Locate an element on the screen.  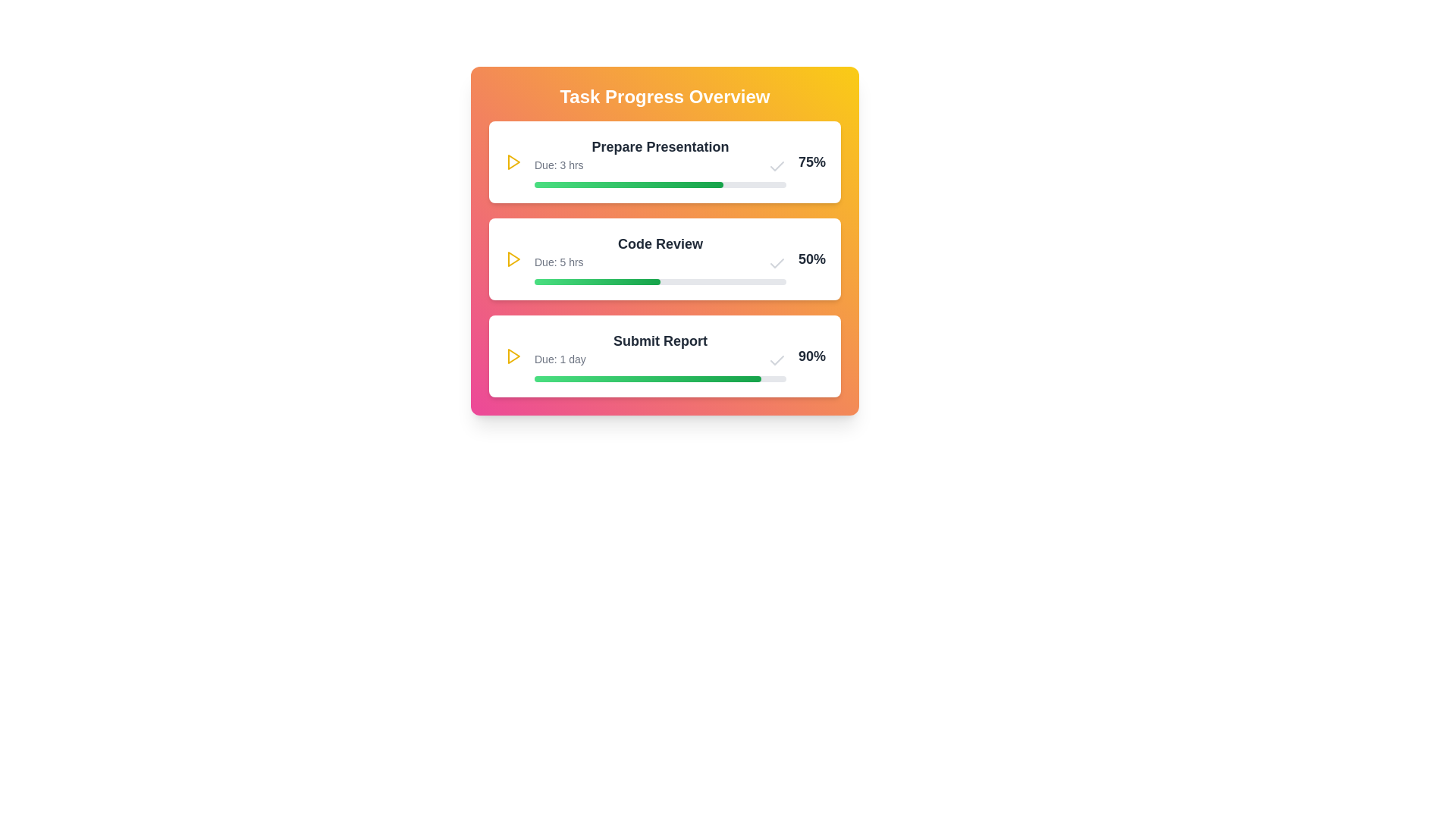
the text label displaying '50%' that indicates progress percentage, which is styled in dark gray and is located to the right of the 'Code Review' task card is located at coordinates (811, 259).